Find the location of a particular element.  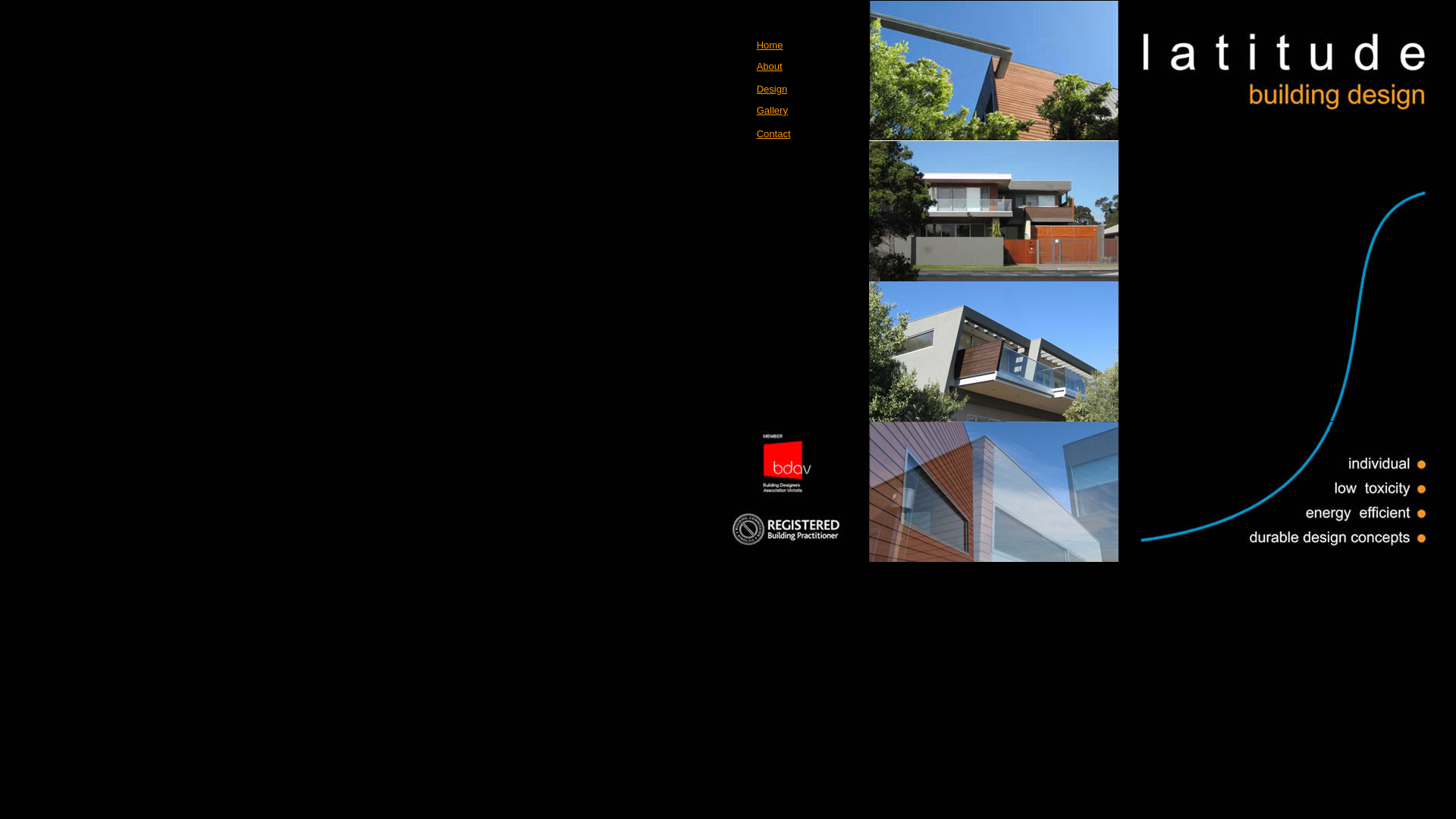

'Gallery' is located at coordinates (772, 109).